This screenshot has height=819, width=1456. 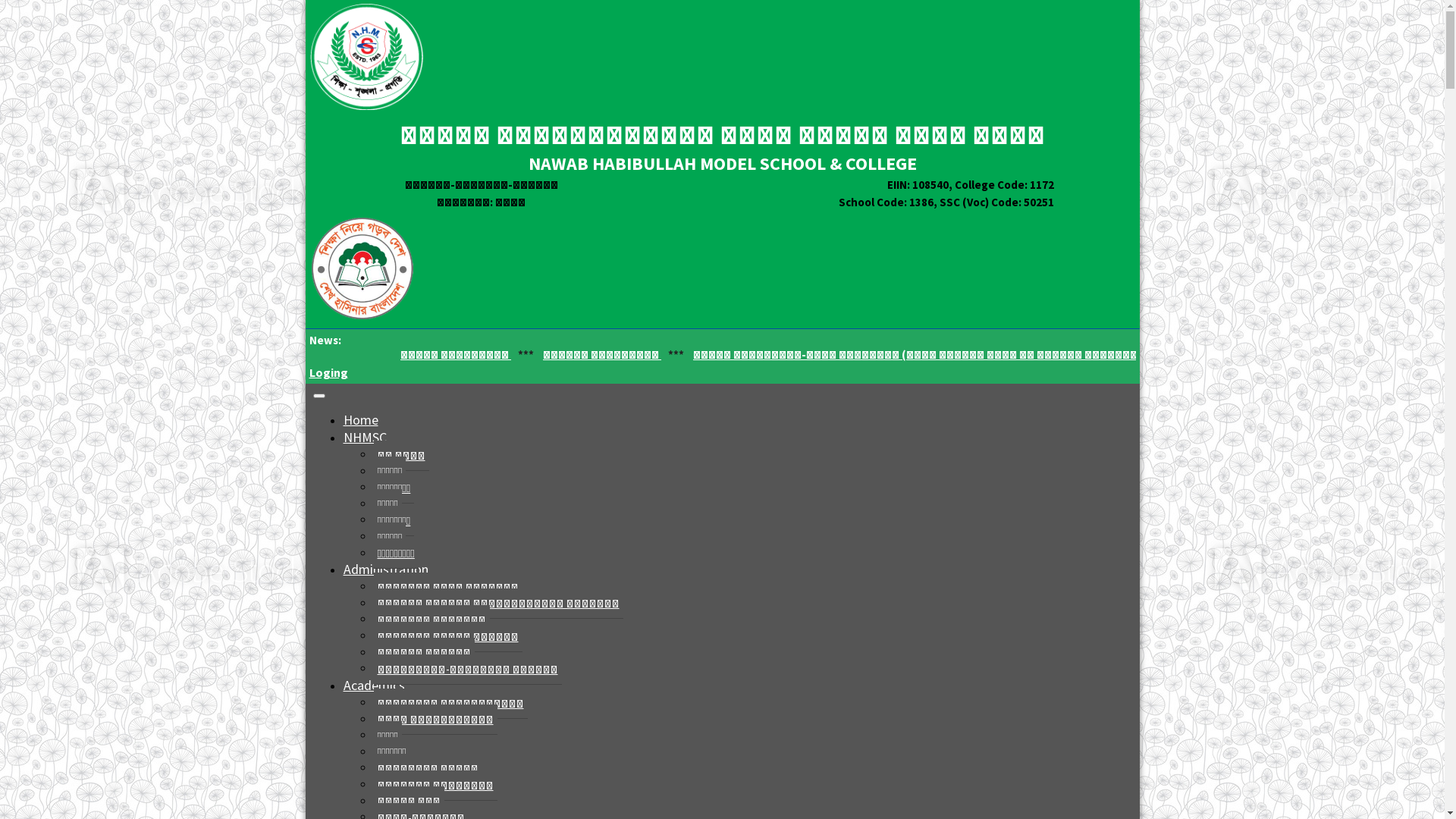 What do you see at coordinates (385, 569) in the screenshot?
I see `'Administration'` at bounding box center [385, 569].